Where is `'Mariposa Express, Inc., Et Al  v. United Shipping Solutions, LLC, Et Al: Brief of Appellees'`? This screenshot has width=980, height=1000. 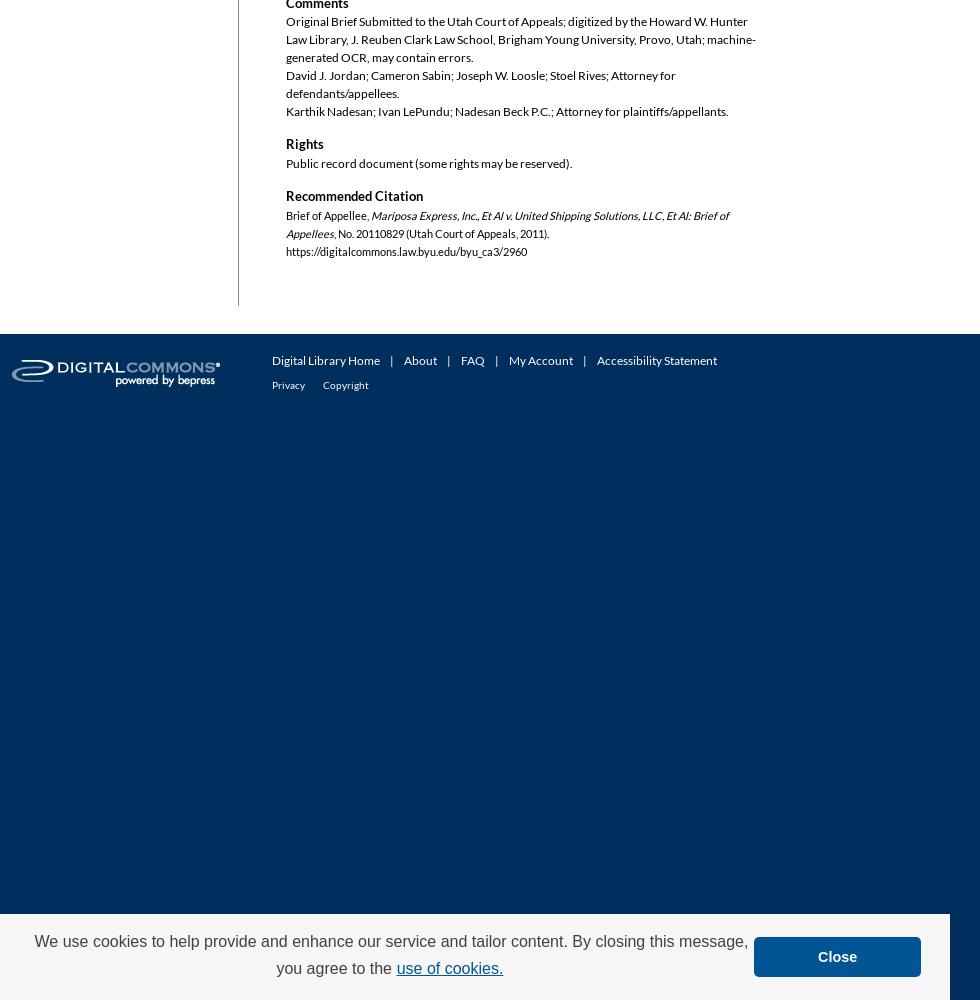 'Mariposa Express, Inc., Et Al  v. United Shipping Solutions, LLC, Et Al: Brief of Appellees' is located at coordinates (507, 222).